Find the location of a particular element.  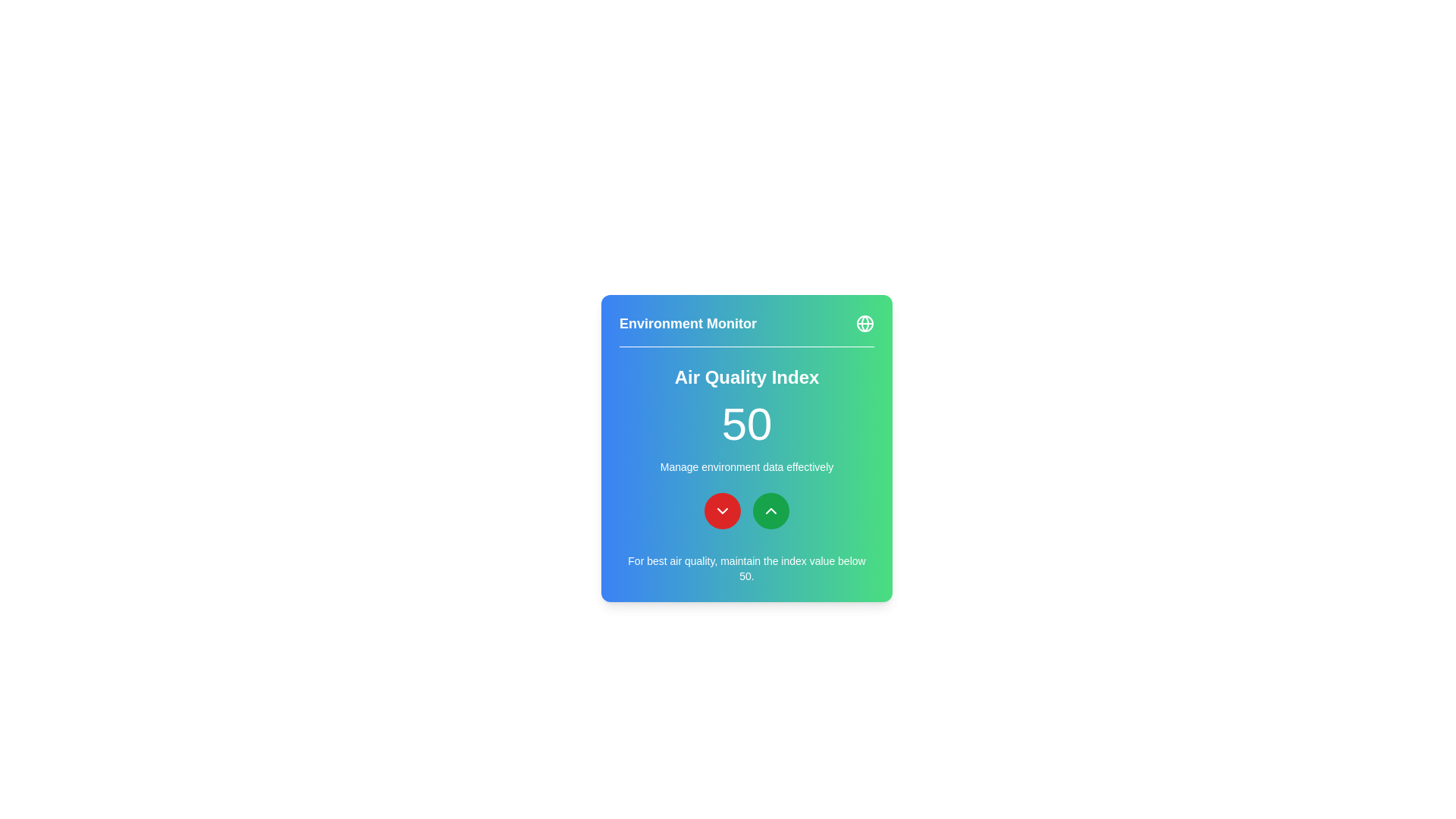

the upward-pointing chevron icon inside the round button located at the bottom center of the card layout is located at coordinates (771, 511).